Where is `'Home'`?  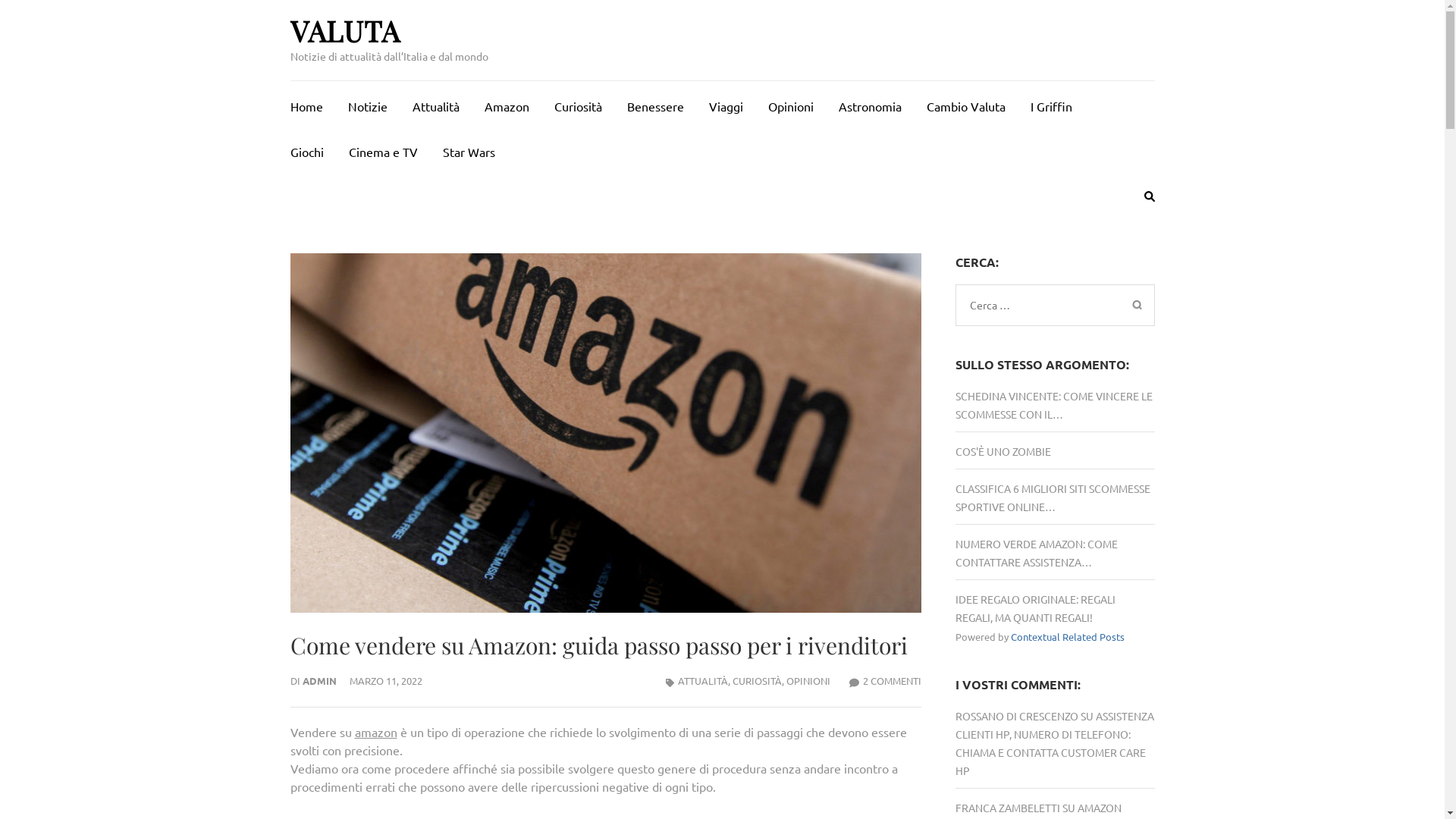 'Home' is located at coordinates (305, 103).